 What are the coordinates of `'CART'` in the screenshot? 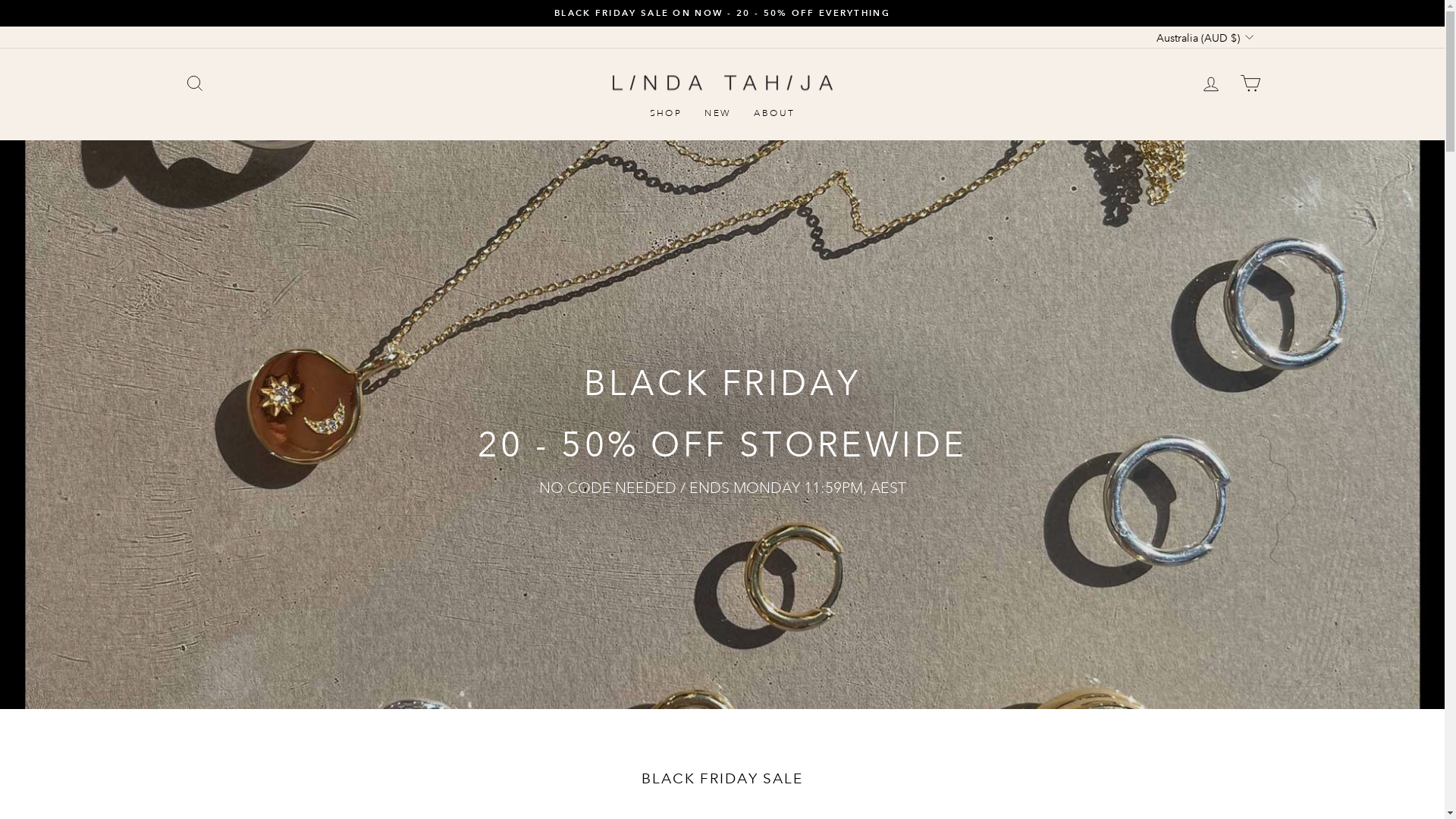 It's located at (1249, 83).